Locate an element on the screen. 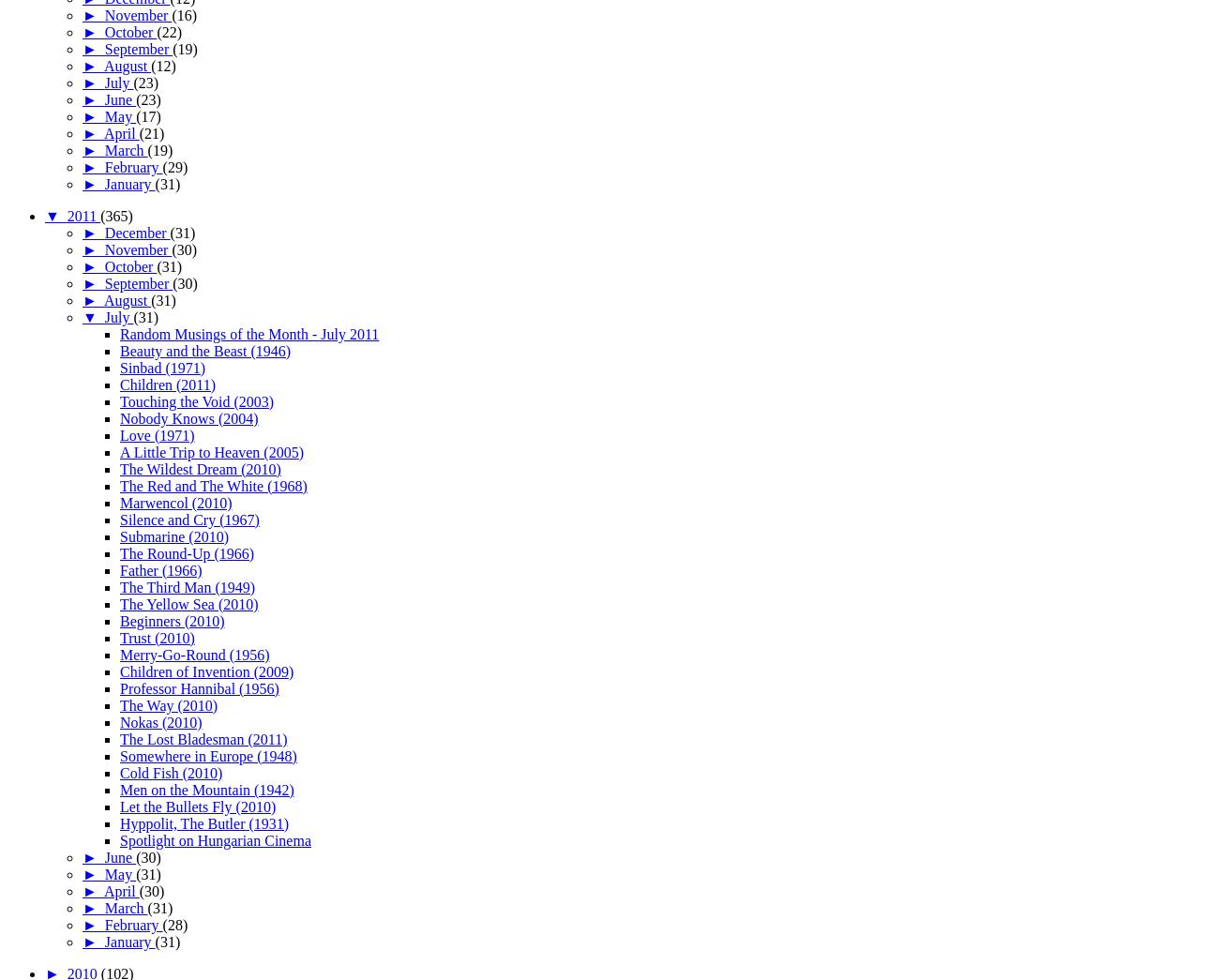 This screenshot has width=1219, height=980. 'The Red and The White (1968)' is located at coordinates (212, 484).